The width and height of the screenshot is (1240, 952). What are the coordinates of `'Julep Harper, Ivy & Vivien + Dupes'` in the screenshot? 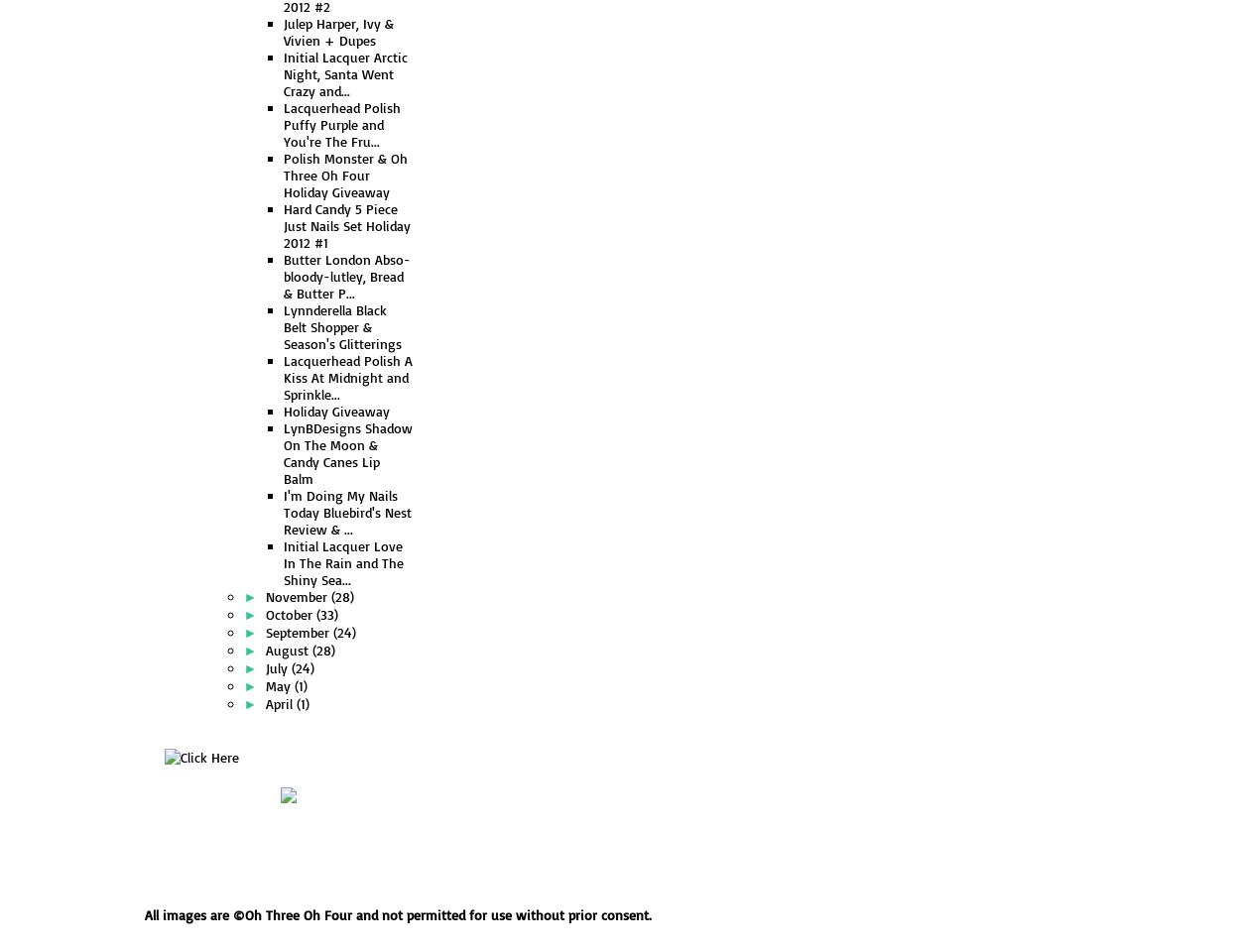 It's located at (336, 30).